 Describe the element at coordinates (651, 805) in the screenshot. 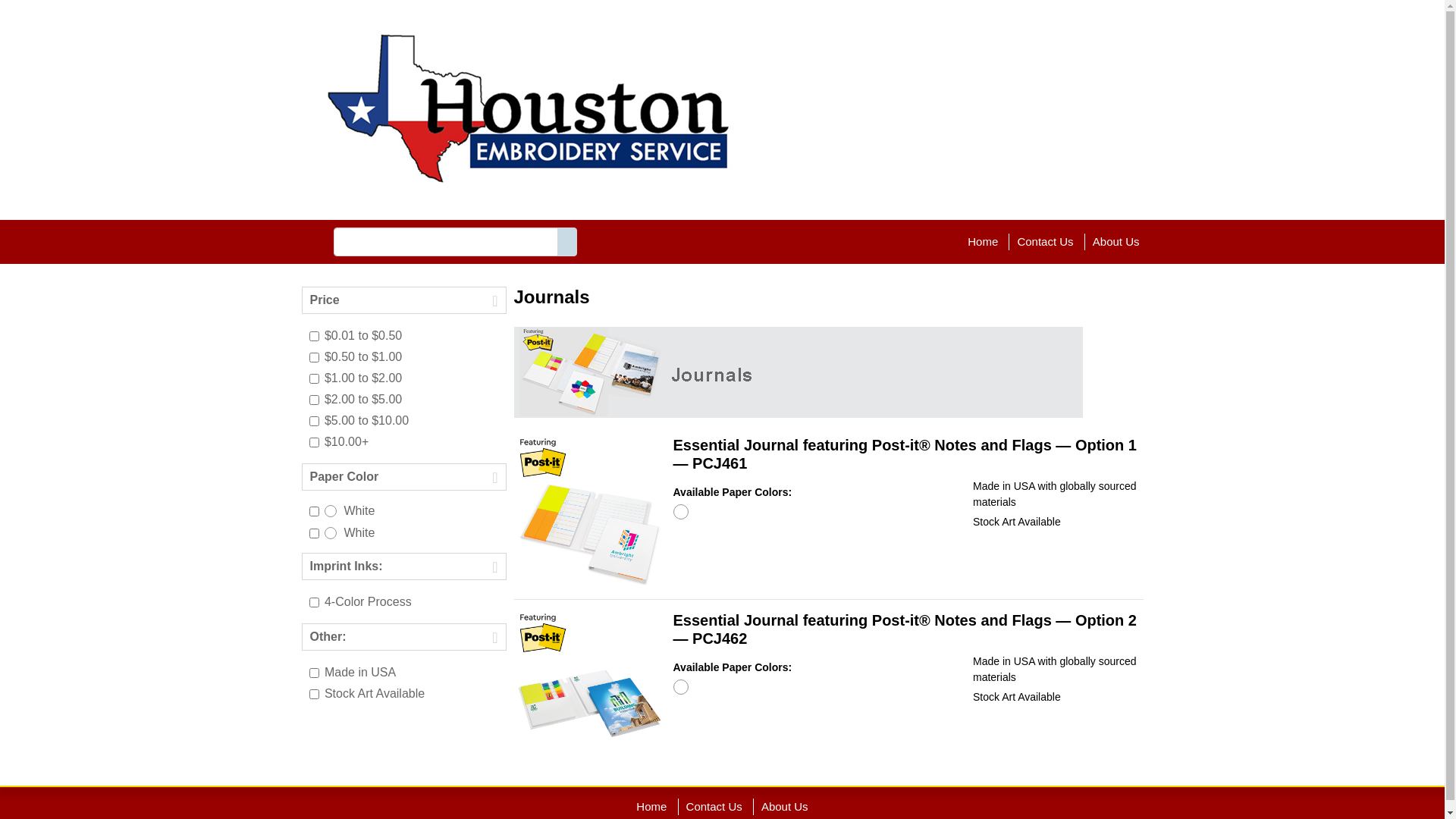

I see `'Home'` at that location.